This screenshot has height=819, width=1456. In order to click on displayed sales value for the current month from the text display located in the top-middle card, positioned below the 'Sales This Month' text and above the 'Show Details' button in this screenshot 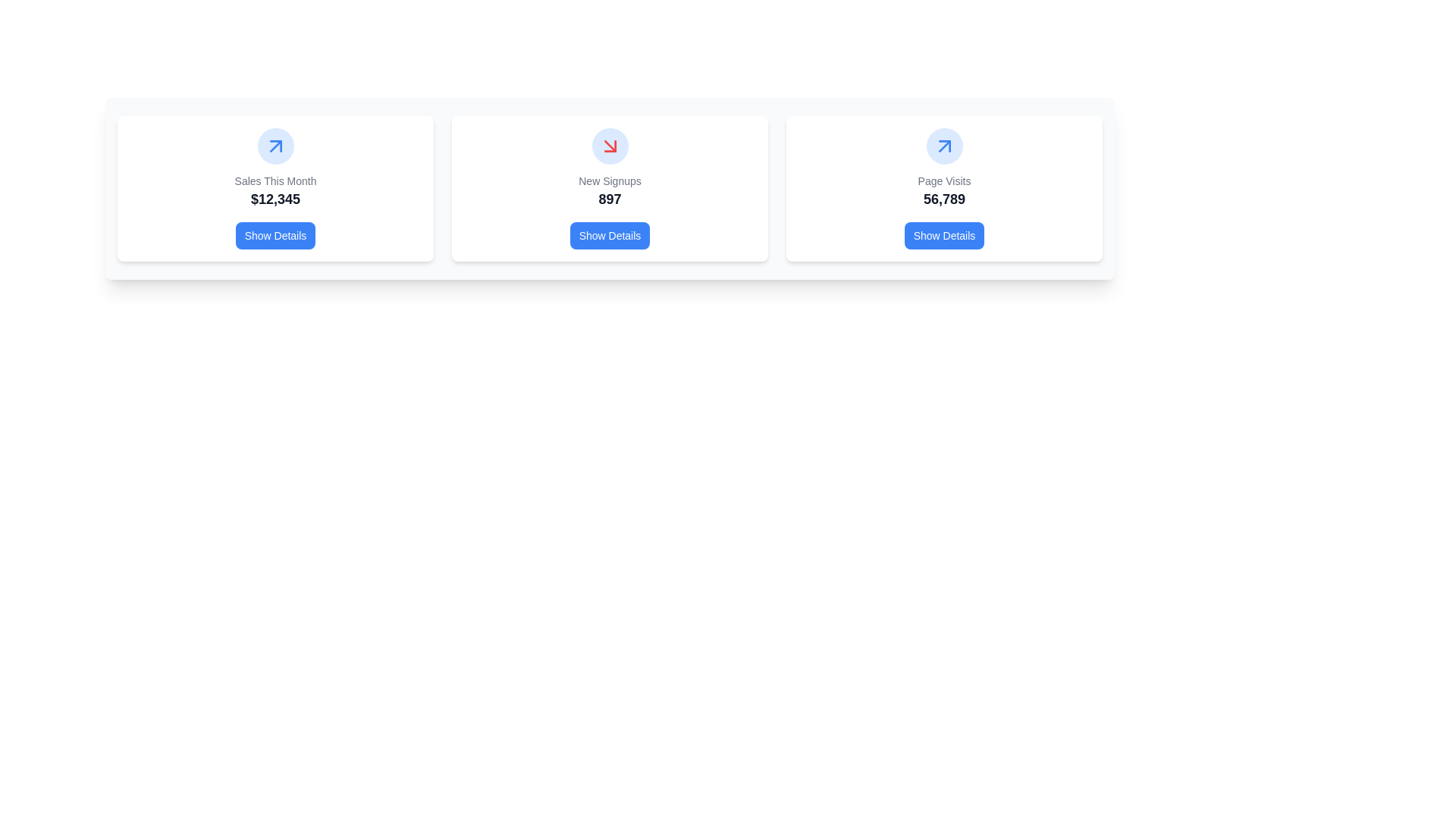, I will do `click(275, 198)`.